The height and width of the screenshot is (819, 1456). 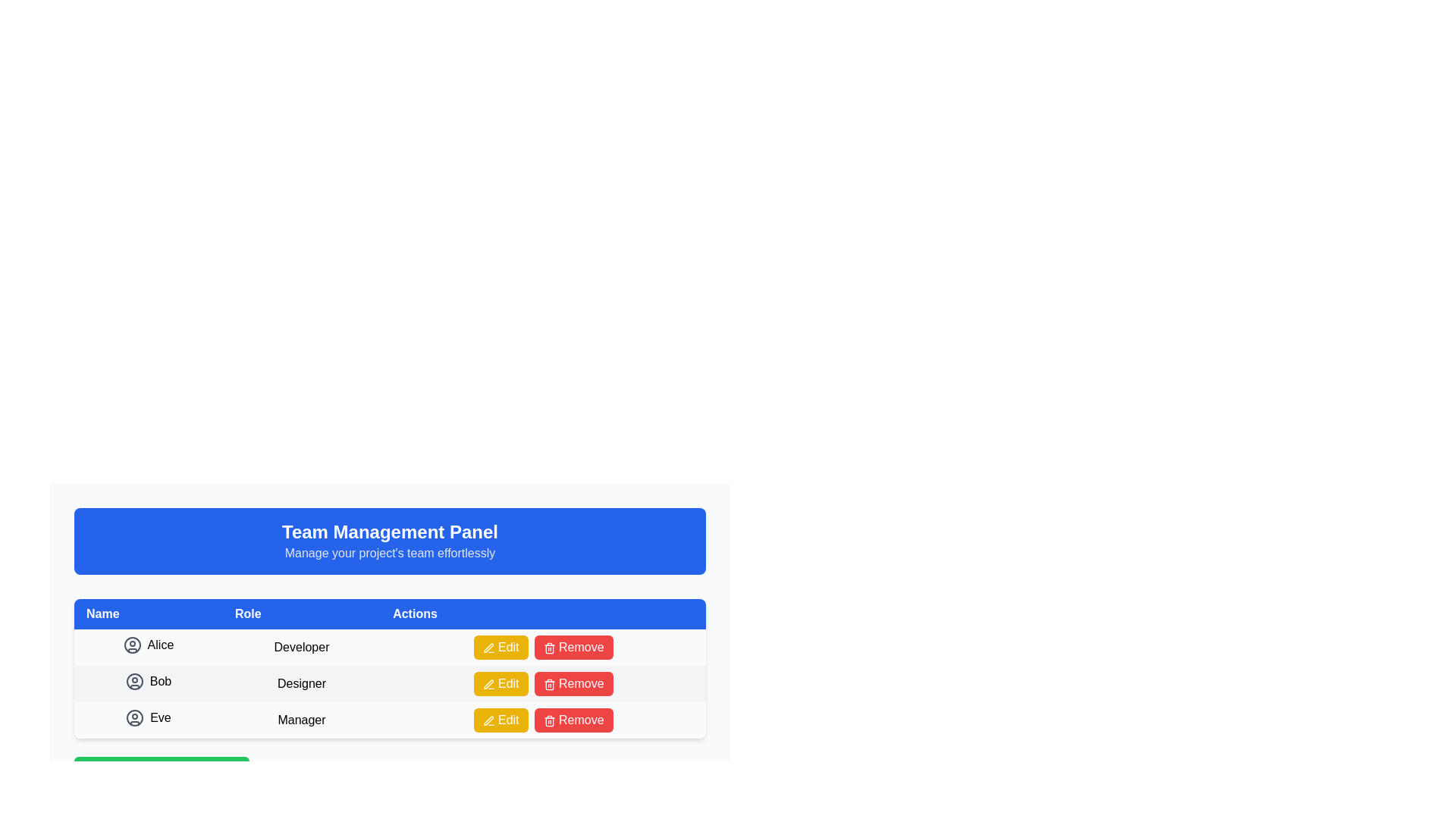 What do you see at coordinates (488, 648) in the screenshot?
I see `the edit icon located in the 'Actions' column of the 'Team Management Panel' table to initiate edit mode for the 'Designer' role` at bounding box center [488, 648].